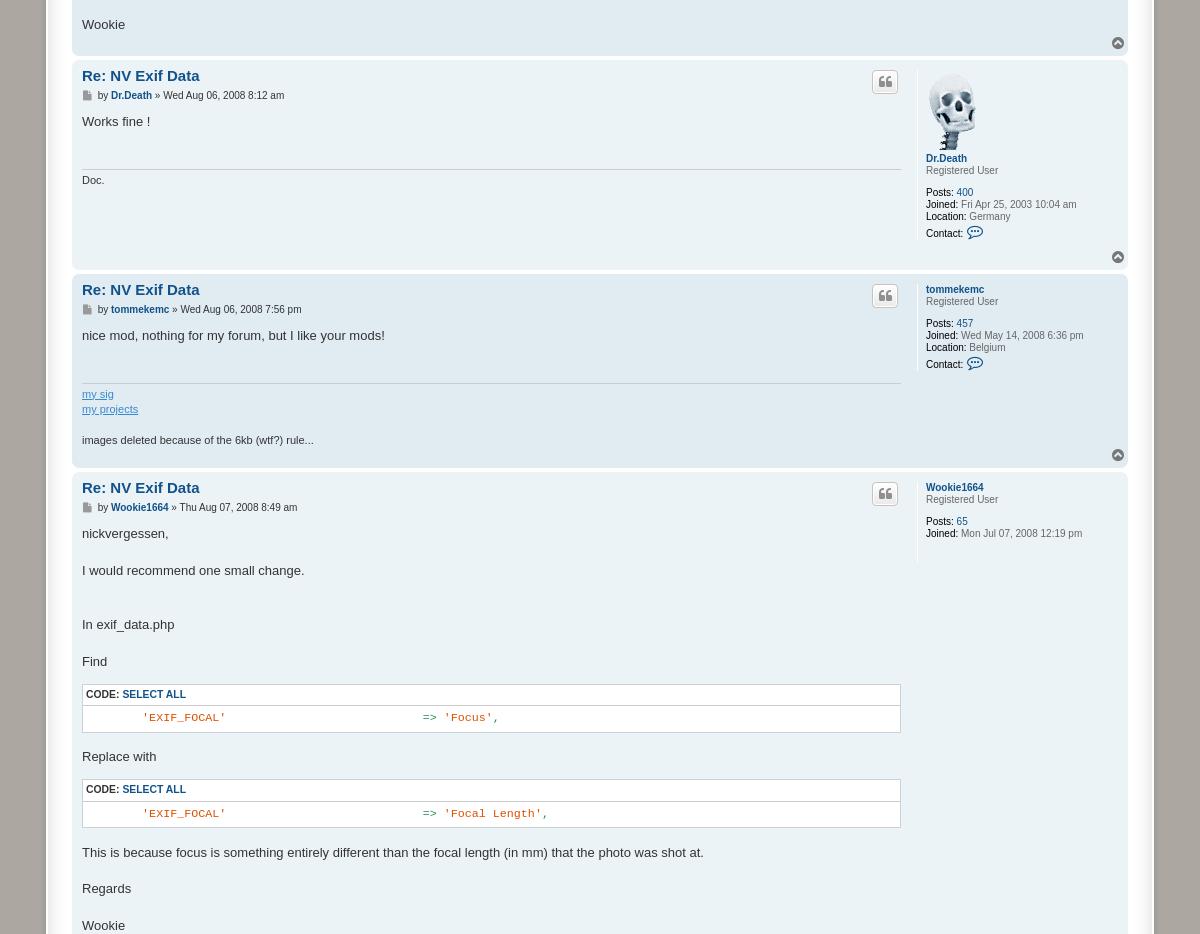 The height and width of the screenshot is (934, 1200). Describe the element at coordinates (964, 321) in the screenshot. I see `'457'` at that location.